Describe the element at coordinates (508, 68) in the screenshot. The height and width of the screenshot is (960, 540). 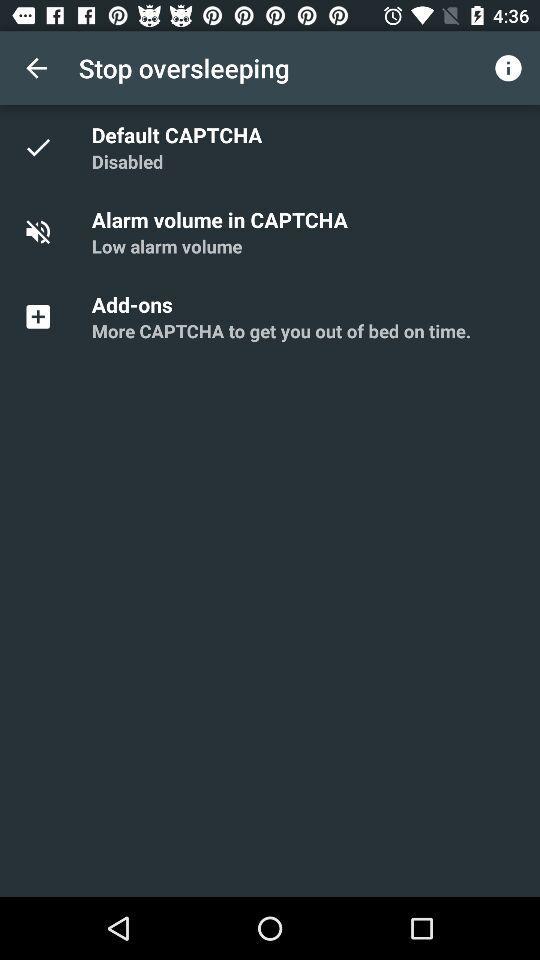
I see `the icon next to stop oversleeping item` at that location.